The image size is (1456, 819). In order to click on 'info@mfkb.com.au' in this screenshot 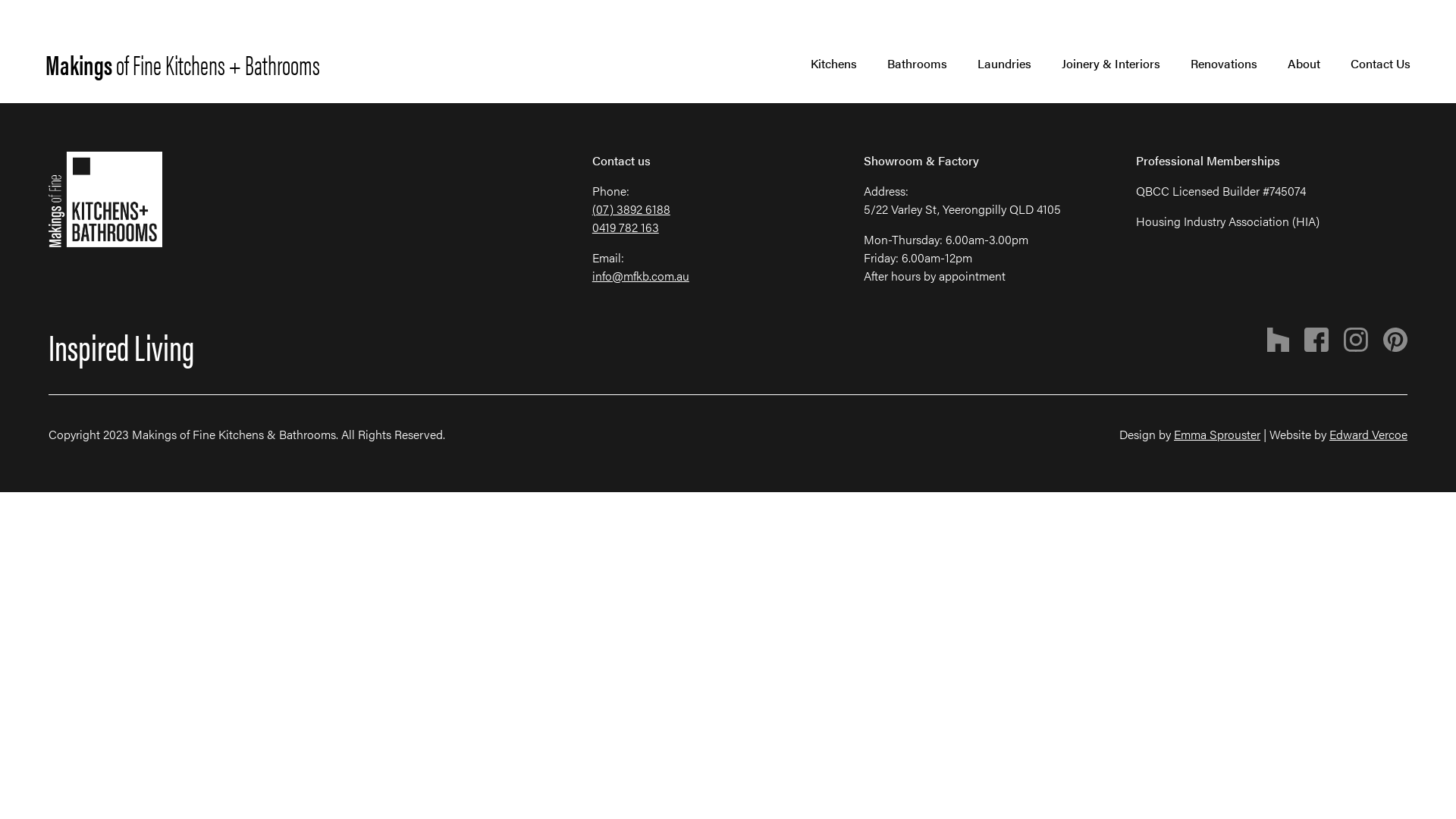, I will do `click(640, 275)`.